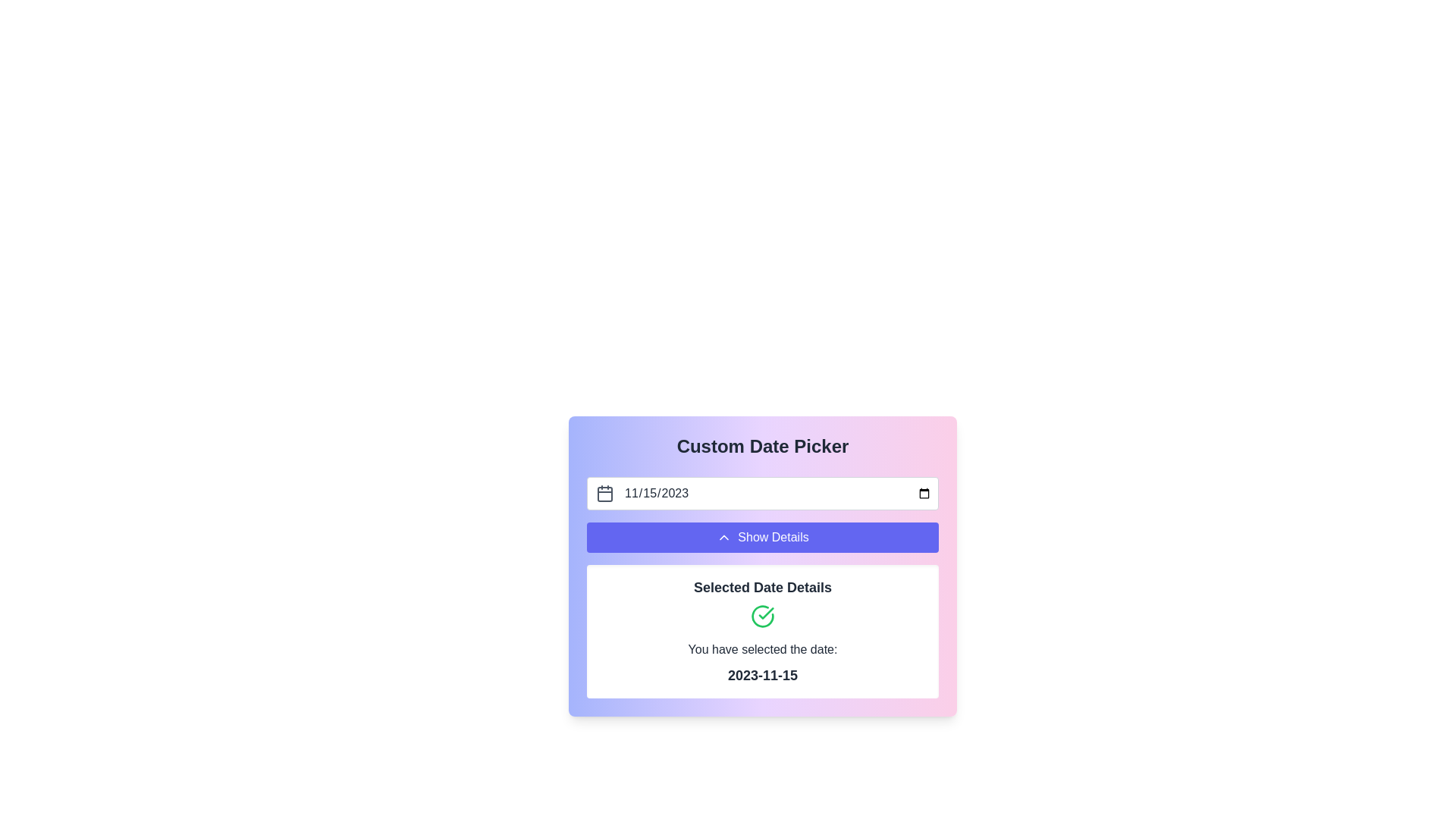 This screenshot has width=1456, height=819. What do you see at coordinates (763, 537) in the screenshot?
I see `the toggle button in the 'Custom Date Picker' panel` at bounding box center [763, 537].